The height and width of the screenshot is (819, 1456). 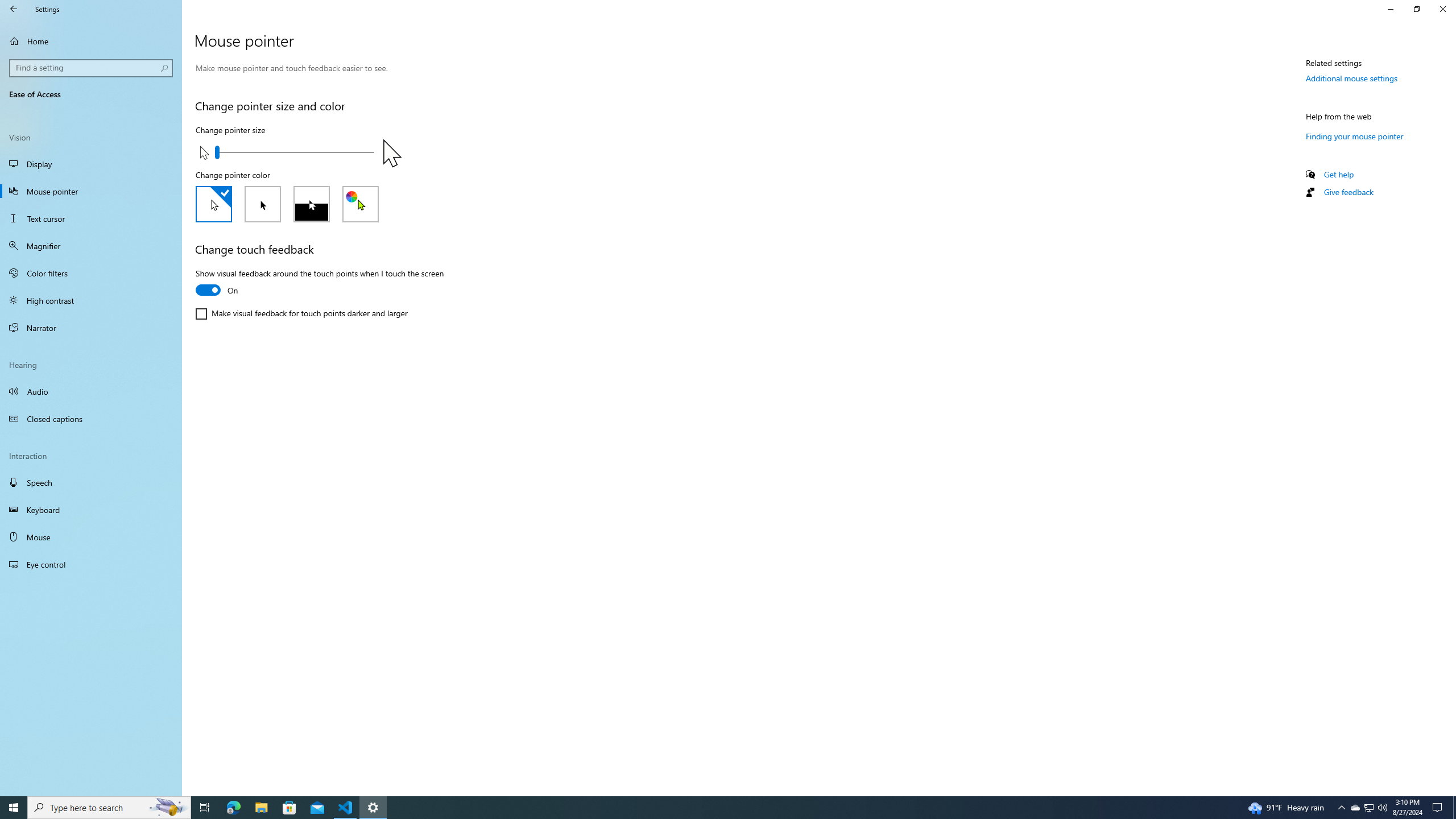 I want to click on 'Display', so click(x=90, y=163).